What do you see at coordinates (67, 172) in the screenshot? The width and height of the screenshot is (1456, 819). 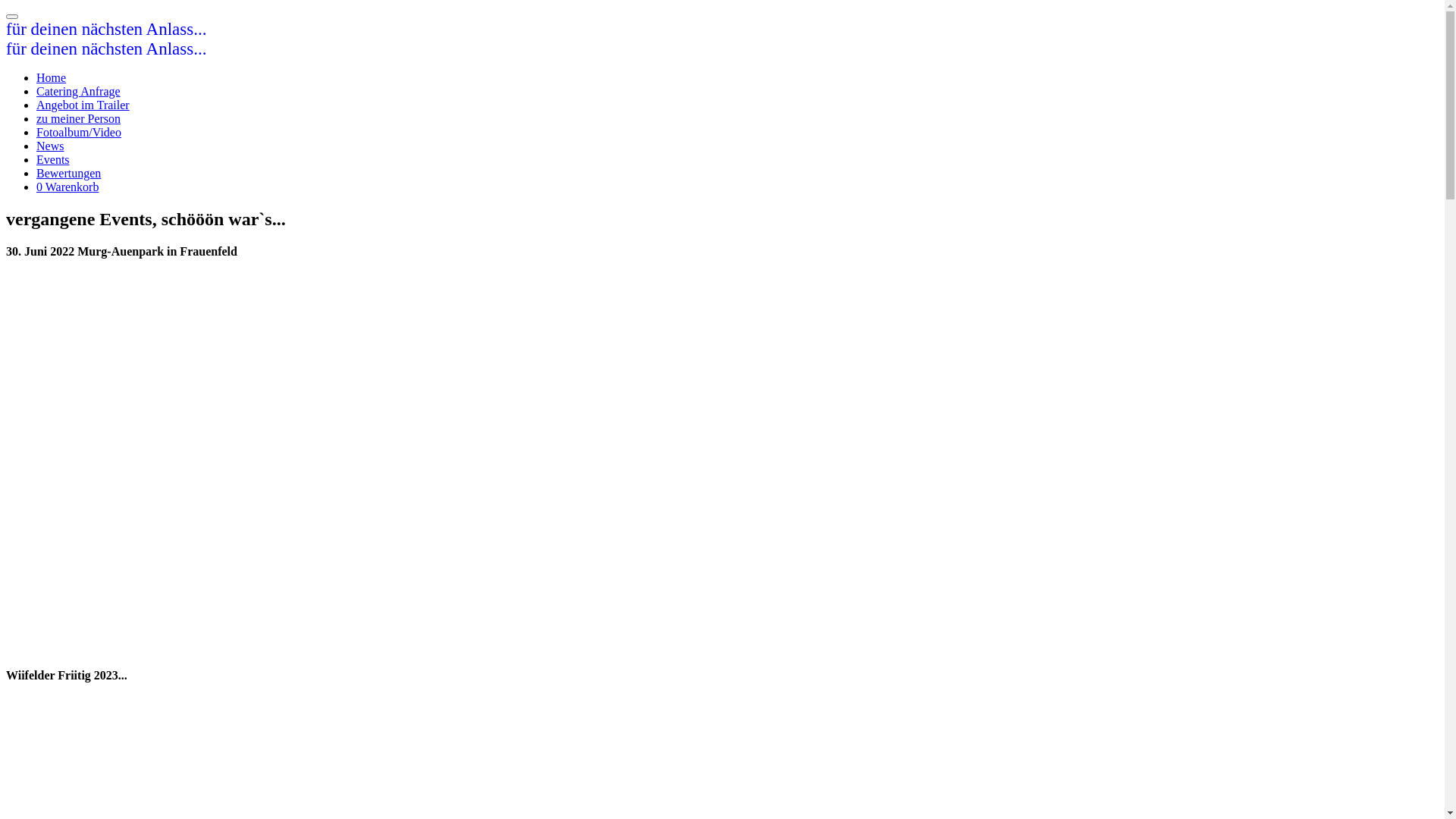 I see `'Bewertungen'` at bounding box center [67, 172].